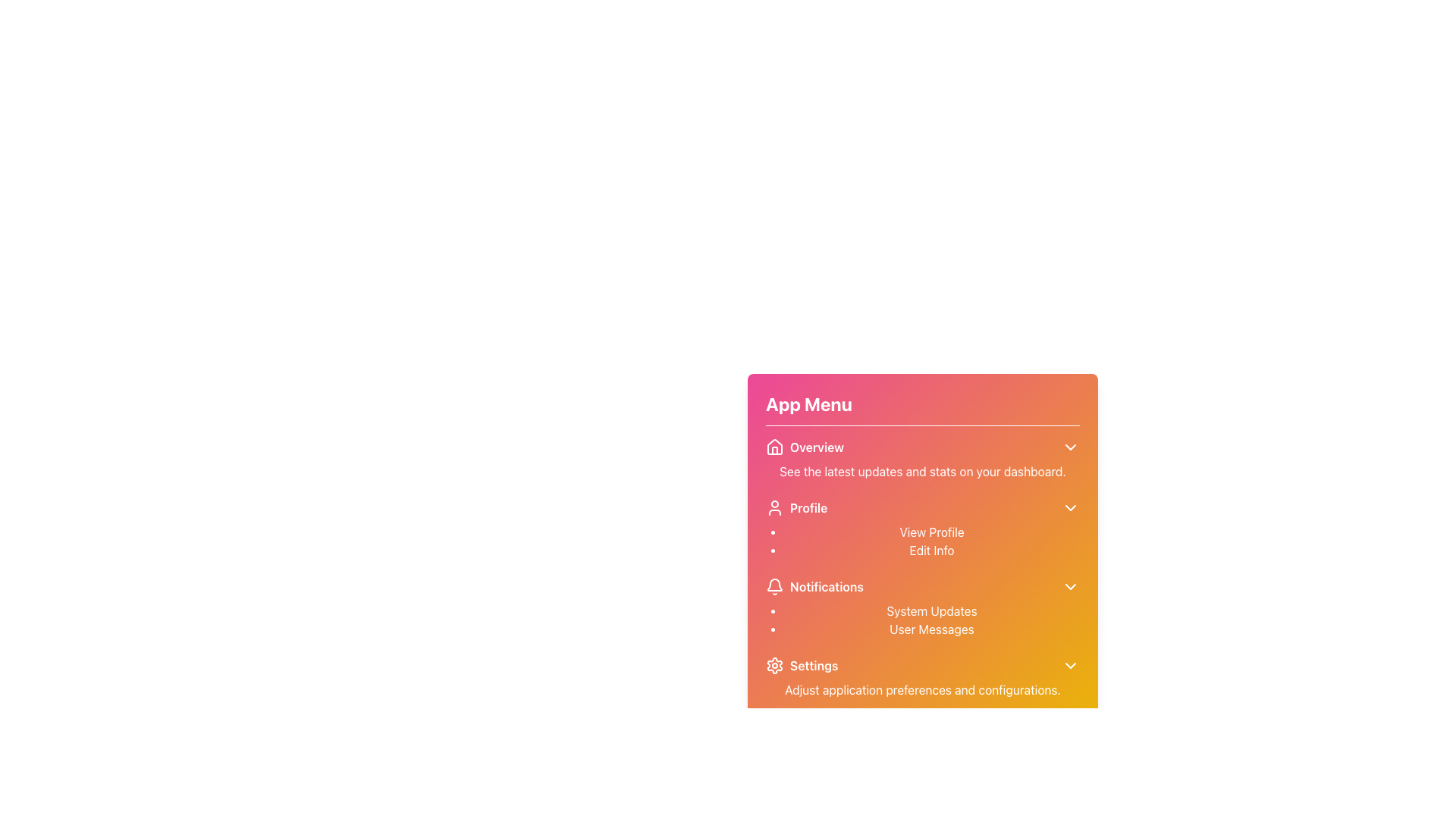  What do you see at coordinates (801, 665) in the screenshot?
I see `the 'Settings' navigation item, which is a bold textual label accompanied by a cogwheel icon` at bounding box center [801, 665].